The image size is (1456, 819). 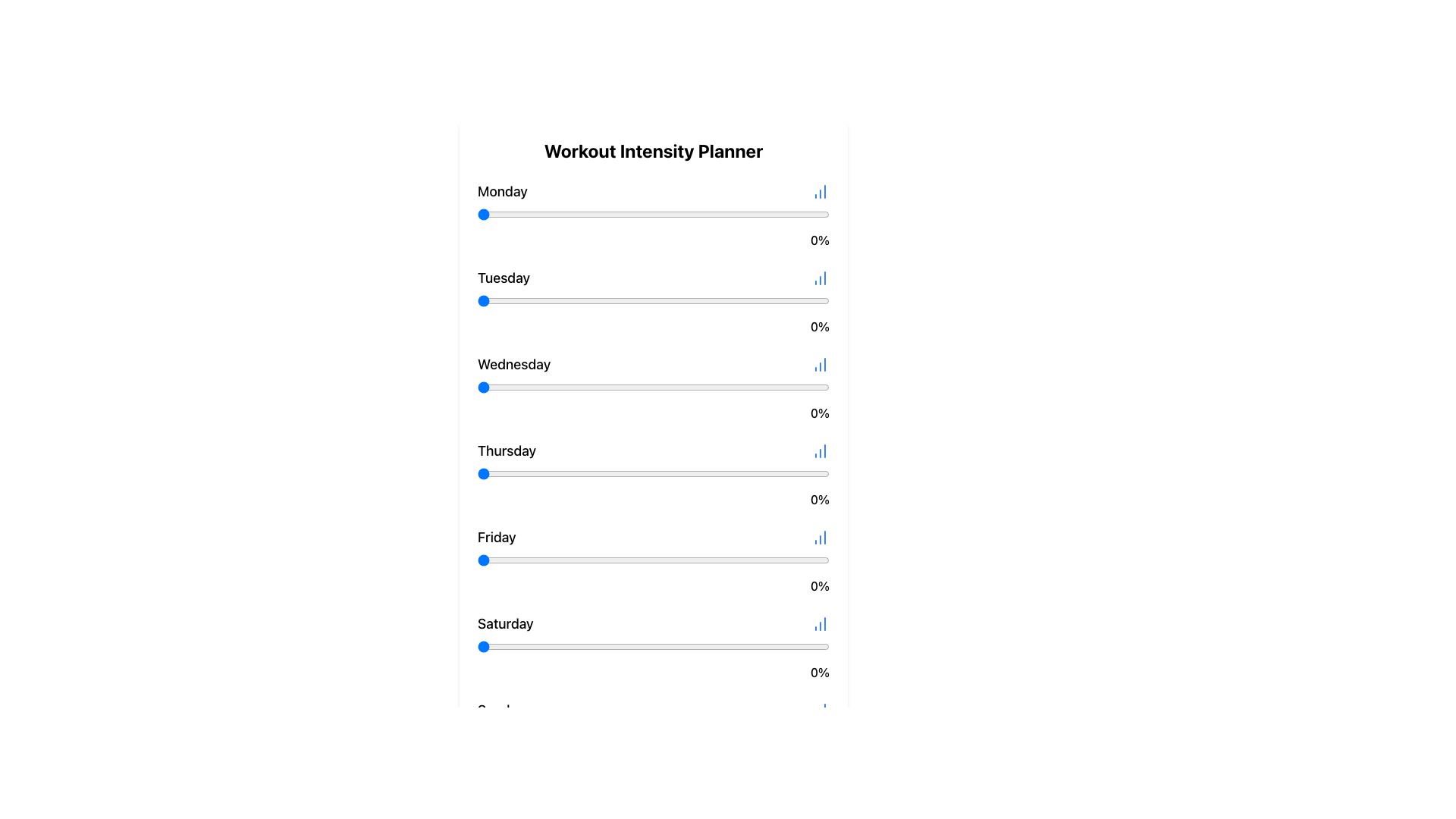 What do you see at coordinates (673, 301) in the screenshot?
I see `the intensity for Tuesday` at bounding box center [673, 301].